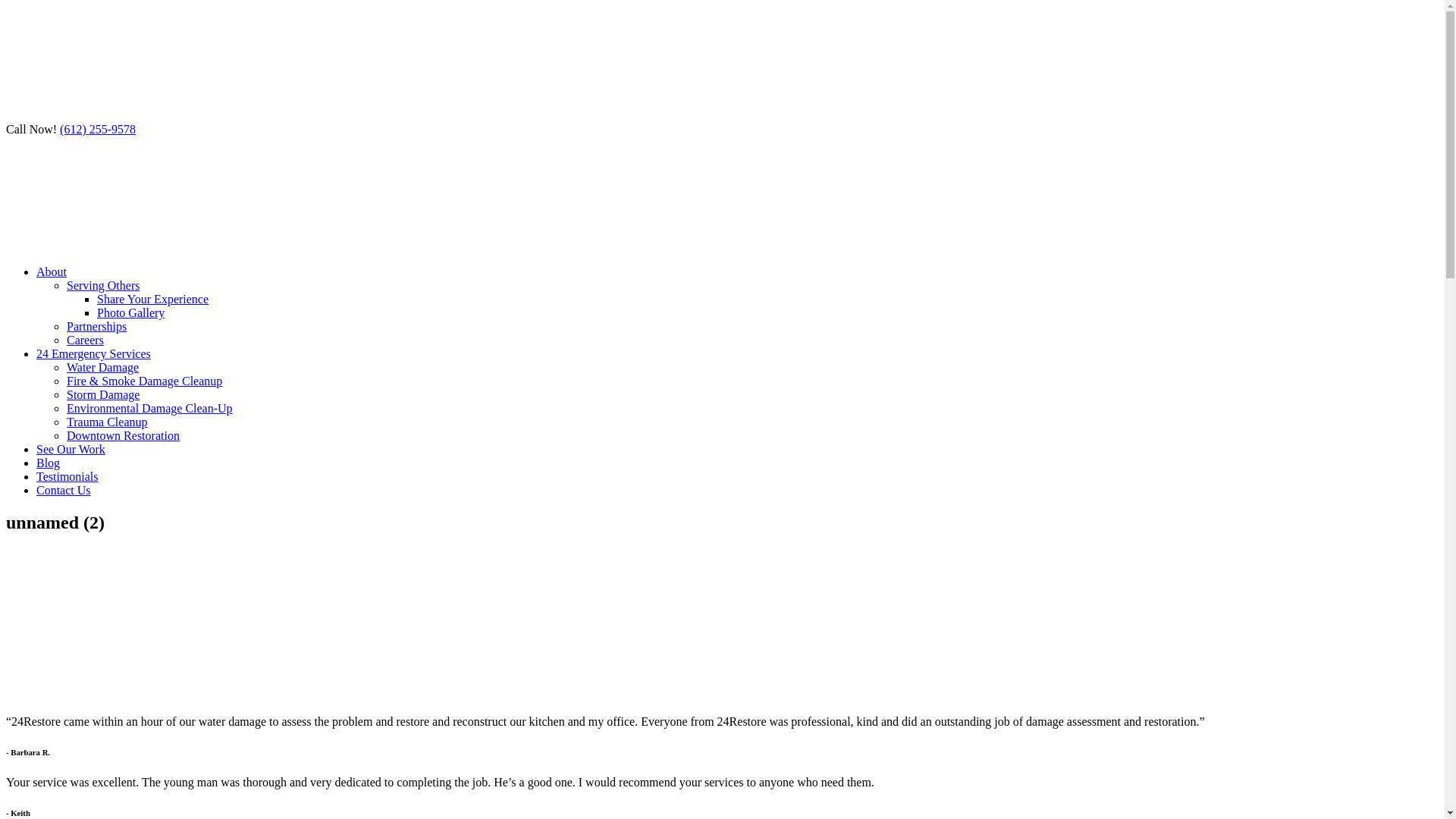  What do you see at coordinates (84, 339) in the screenshot?
I see `'Careers'` at bounding box center [84, 339].